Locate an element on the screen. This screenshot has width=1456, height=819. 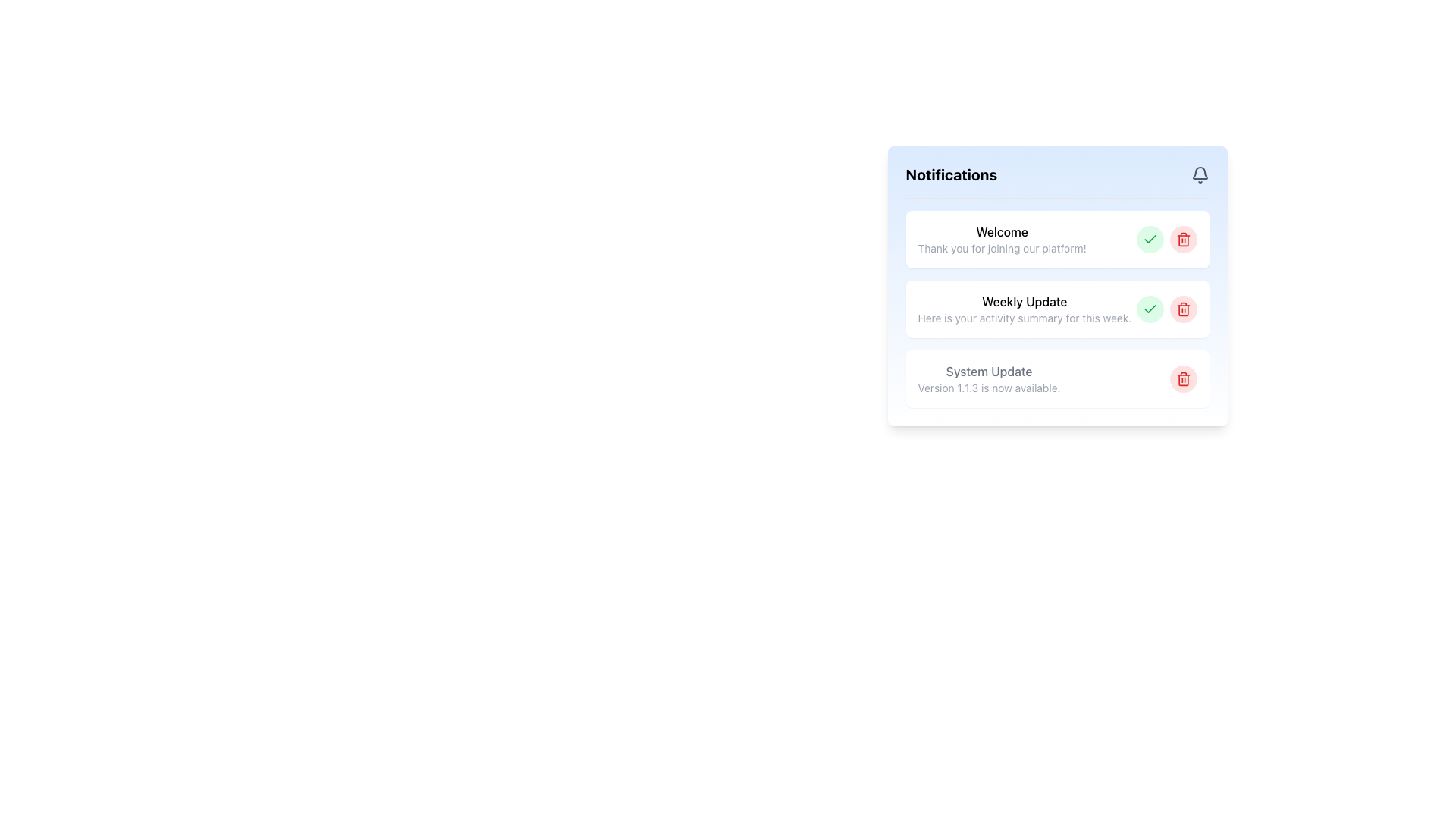
the confirmation icon located at the far right of the first notification entry, aligned with the title 'Welcome' is located at coordinates (1150, 308).